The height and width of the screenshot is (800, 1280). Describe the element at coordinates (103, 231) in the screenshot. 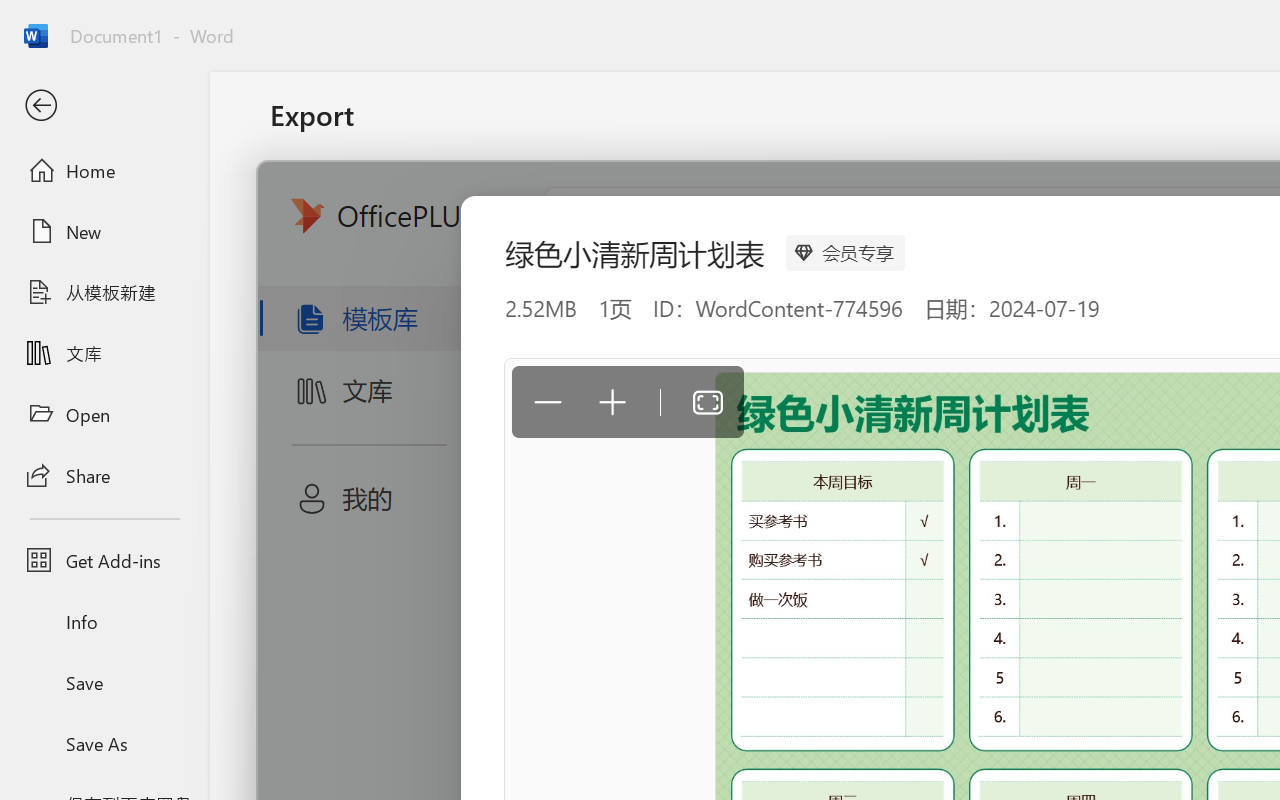

I see `'New'` at that location.